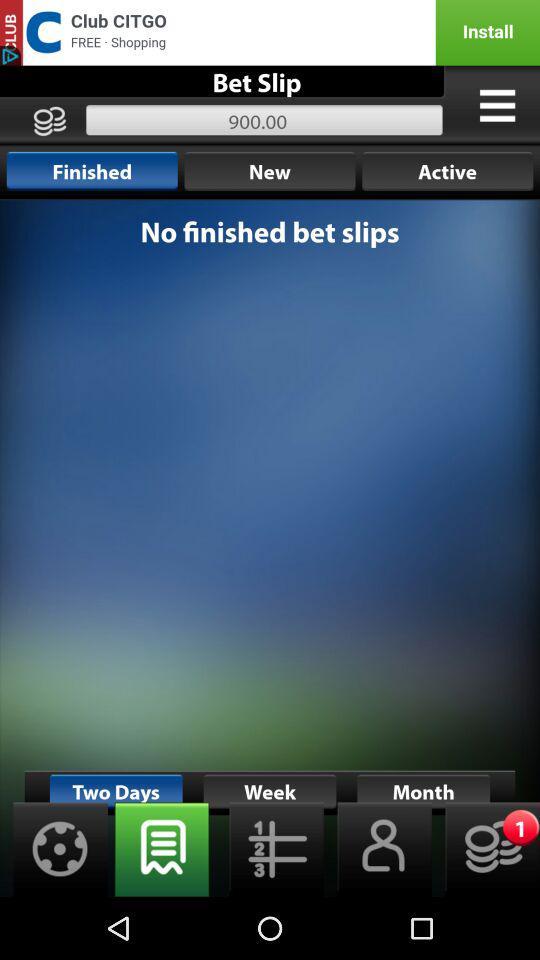 The height and width of the screenshot is (960, 540). What do you see at coordinates (496, 105) in the screenshot?
I see `open menu` at bounding box center [496, 105].